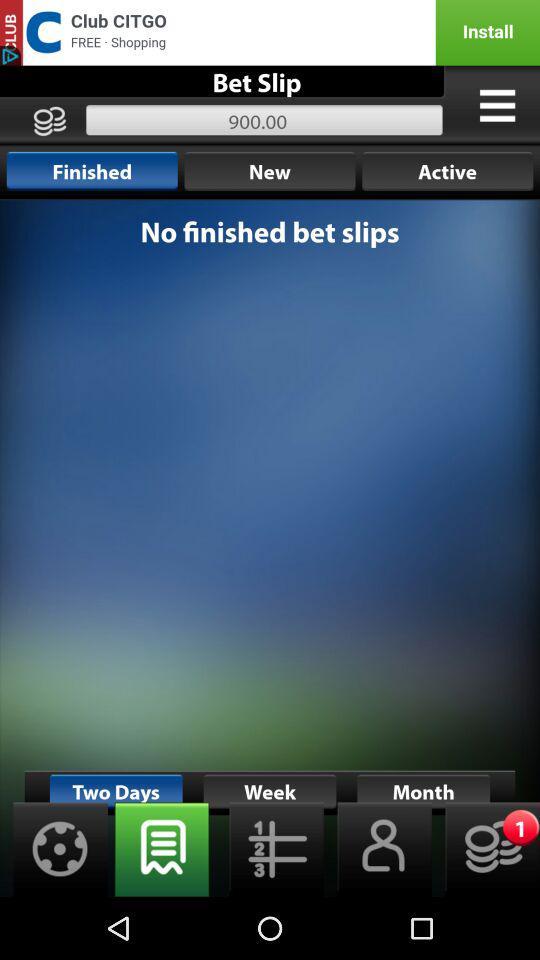 The height and width of the screenshot is (960, 540). What do you see at coordinates (496, 105) in the screenshot?
I see `open menu` at bounding box center [496, 105].